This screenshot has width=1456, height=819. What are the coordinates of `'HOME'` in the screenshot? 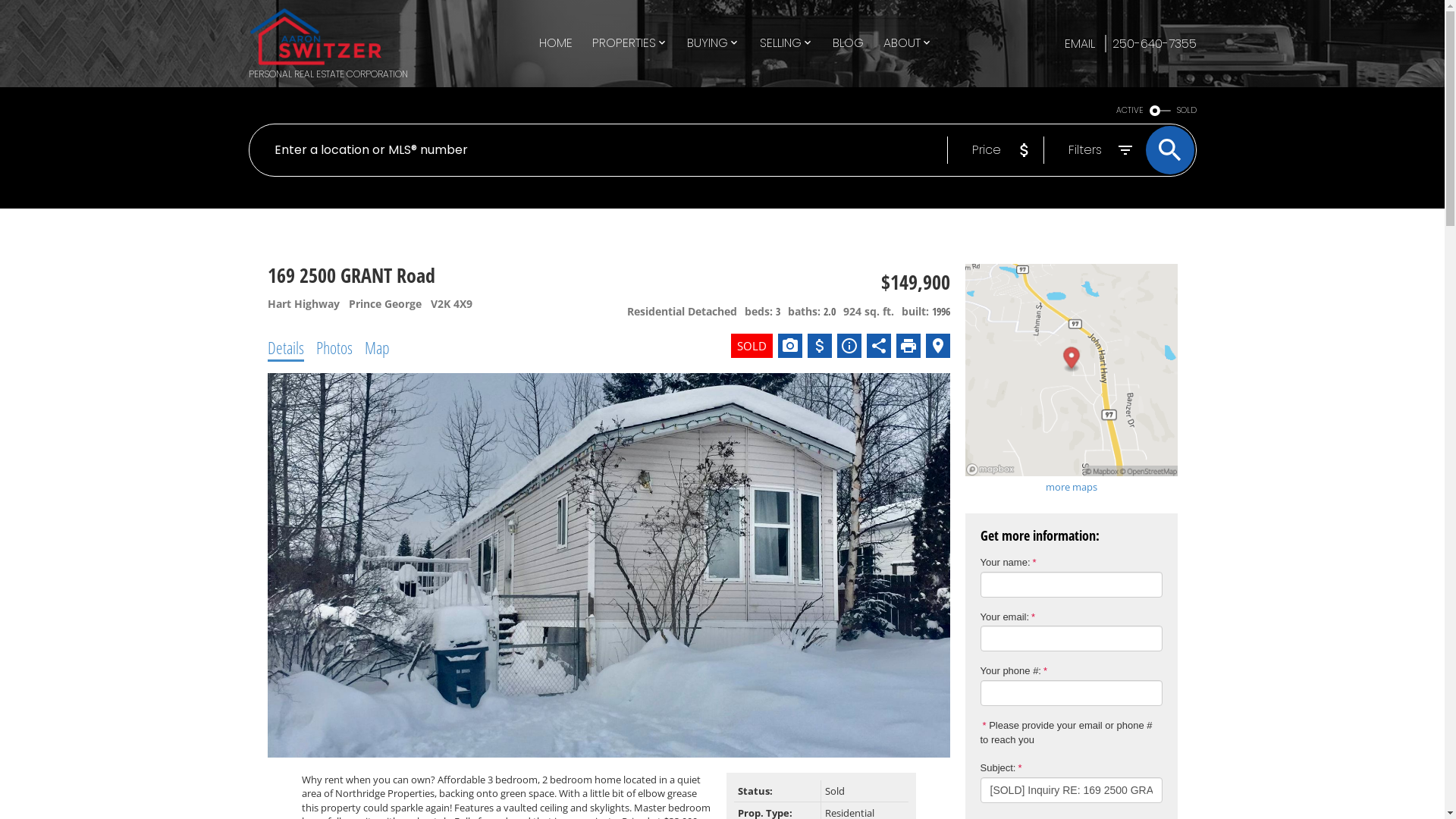 It's located at (555, 42).